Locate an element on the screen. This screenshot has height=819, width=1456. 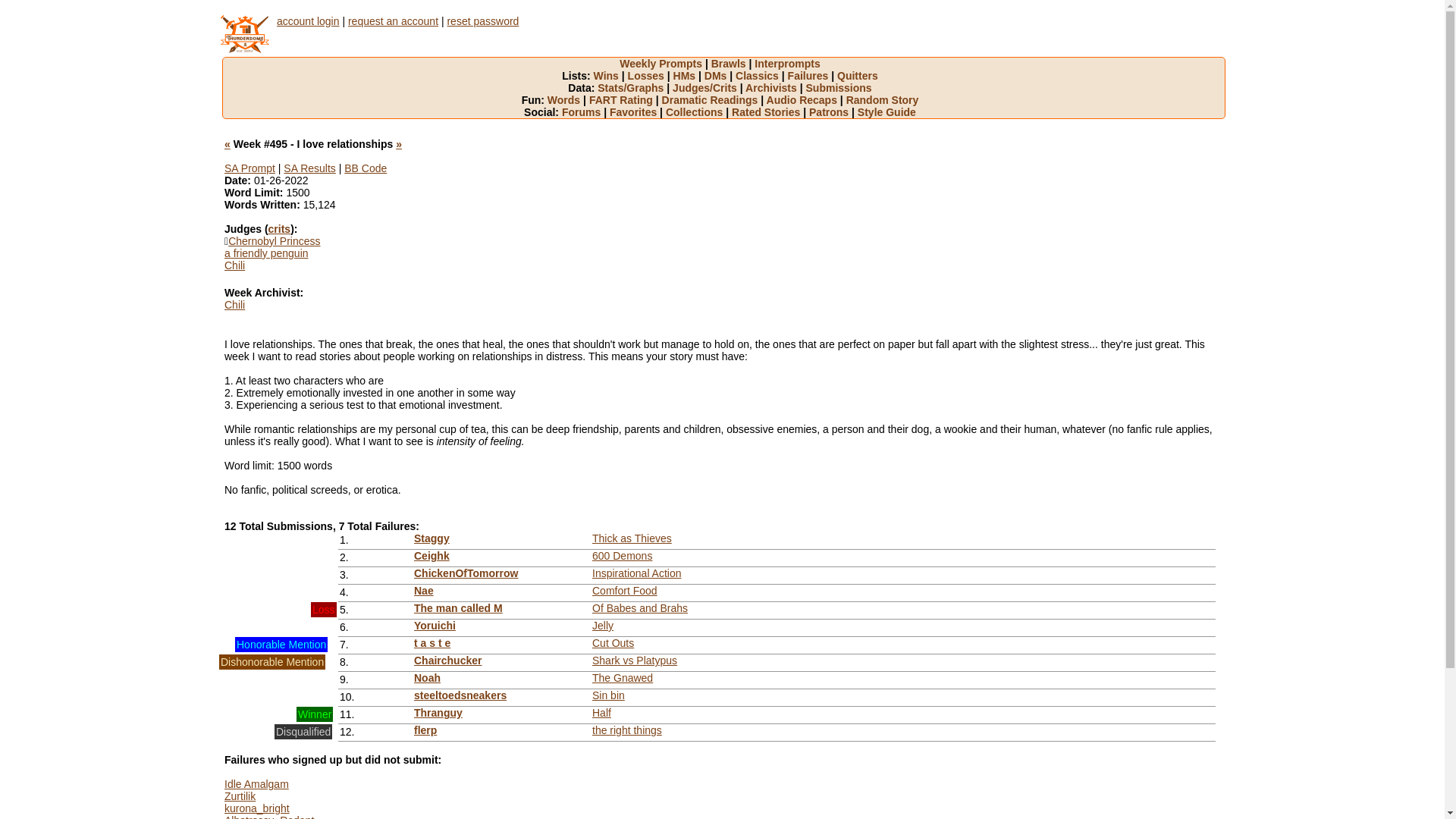
'DMs' is located at coordinates (719, 76).